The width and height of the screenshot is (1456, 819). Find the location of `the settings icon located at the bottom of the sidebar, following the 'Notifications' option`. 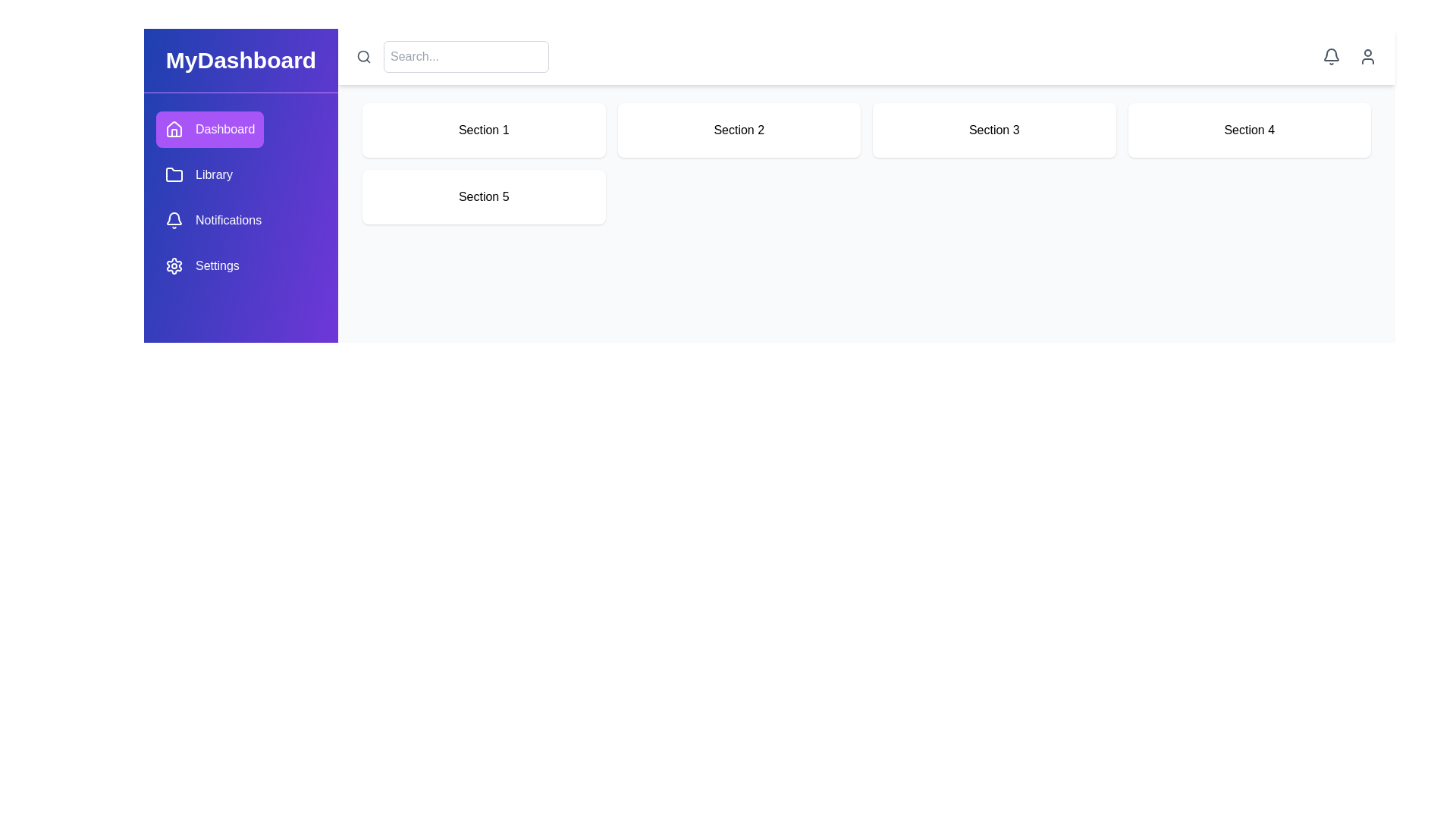

the settings icon located at the bottom of the sidebar, following the 'Notifications' option is located at coordinates (174, 265).